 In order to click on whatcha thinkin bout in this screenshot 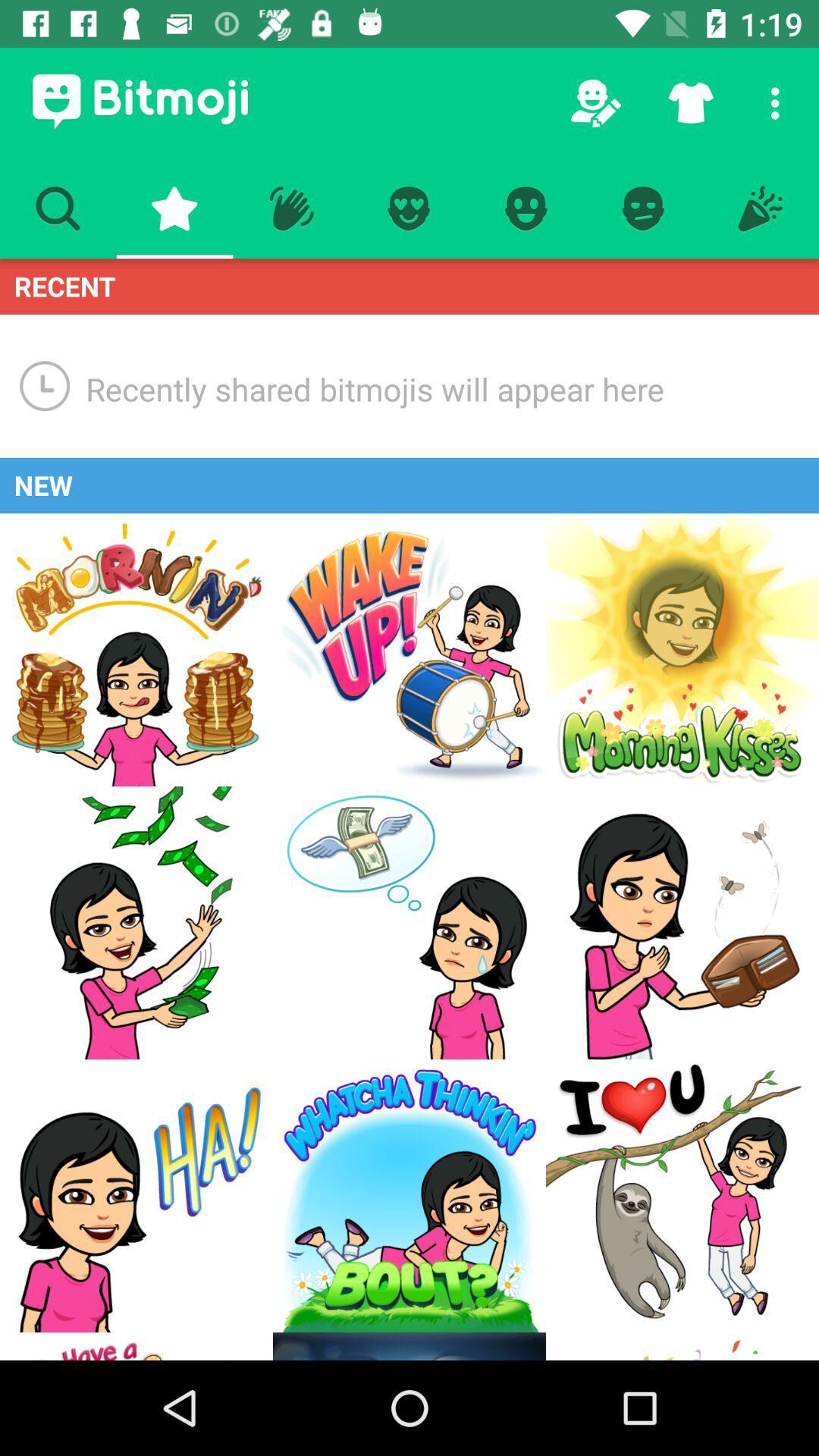, I will do `click(409, 1195)`.